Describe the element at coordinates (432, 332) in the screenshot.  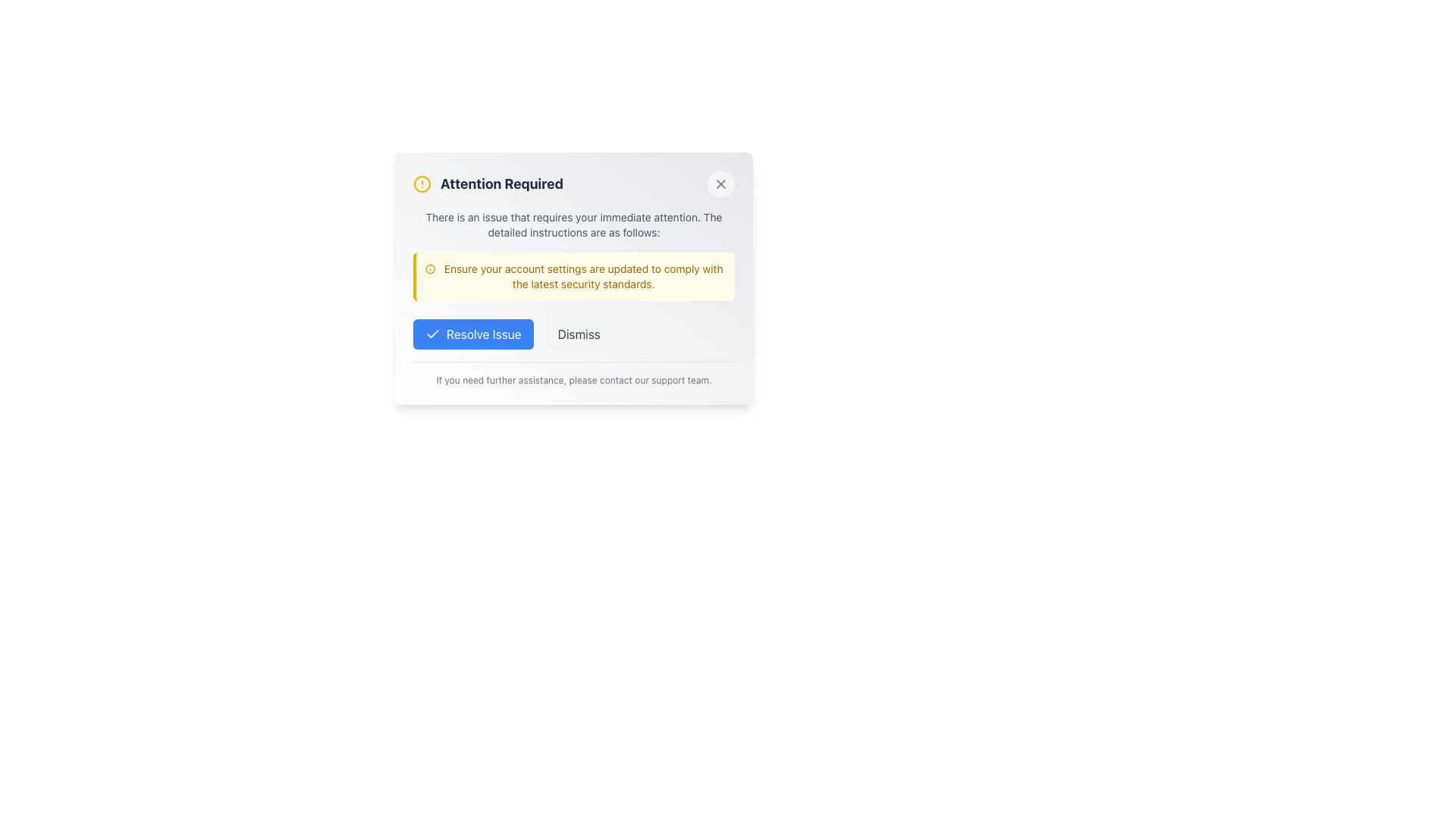
I see `the checkmark icon within the 'Resolve Issue' button in the modal window to trigger the tooltip` at that location.